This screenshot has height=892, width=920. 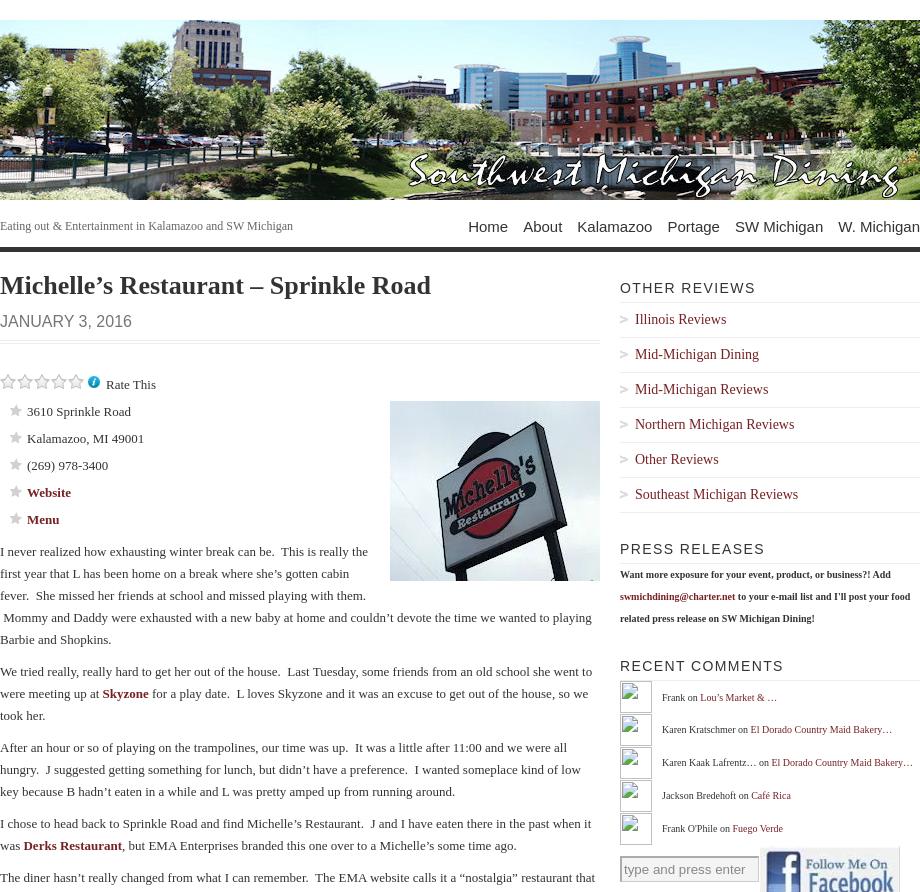 I want to click on 'to your e-mail list and I'll post your food related press release on SW Michigan Dining!', so click(x=618, y=606).